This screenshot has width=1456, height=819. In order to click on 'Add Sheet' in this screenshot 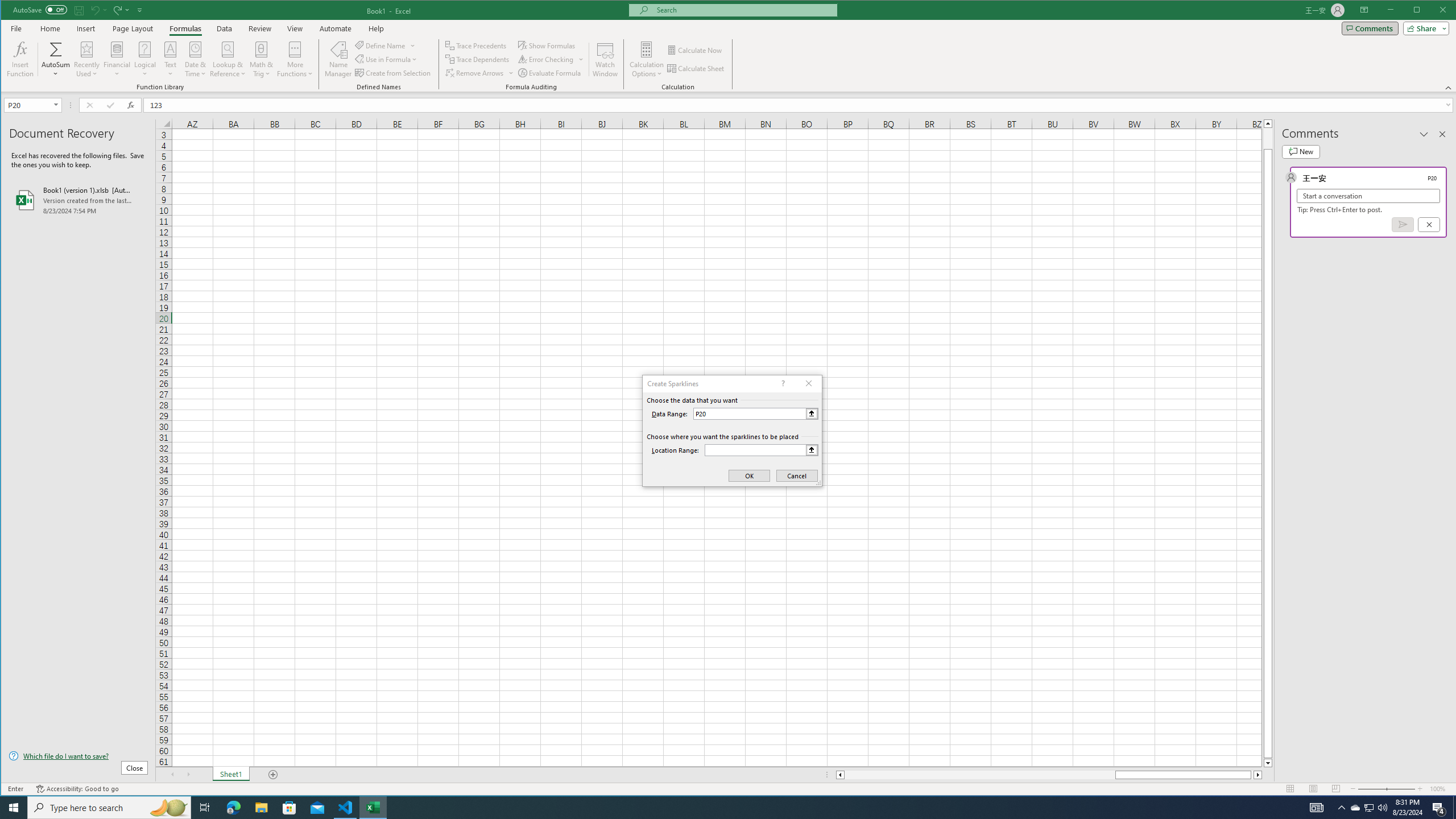, I will do `click(273, 775)`.